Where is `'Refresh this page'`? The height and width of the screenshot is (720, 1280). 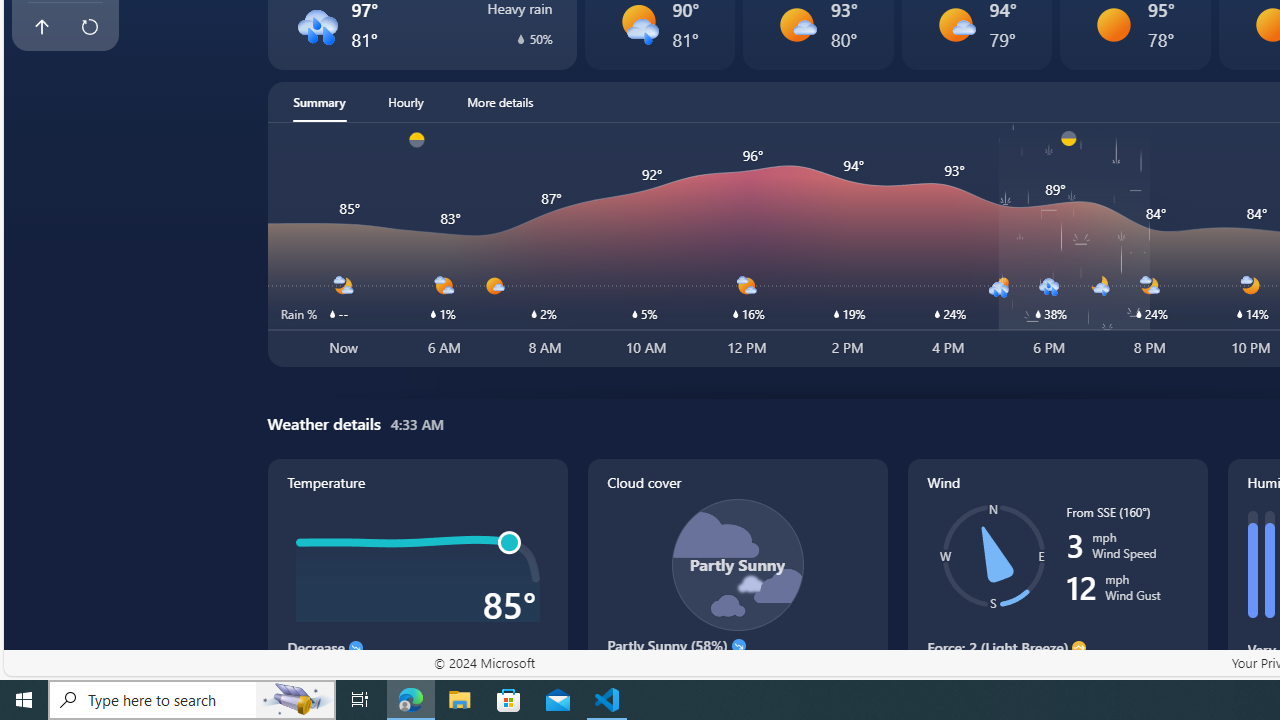 'Refresh this page' is located at coordinates (88, 27).